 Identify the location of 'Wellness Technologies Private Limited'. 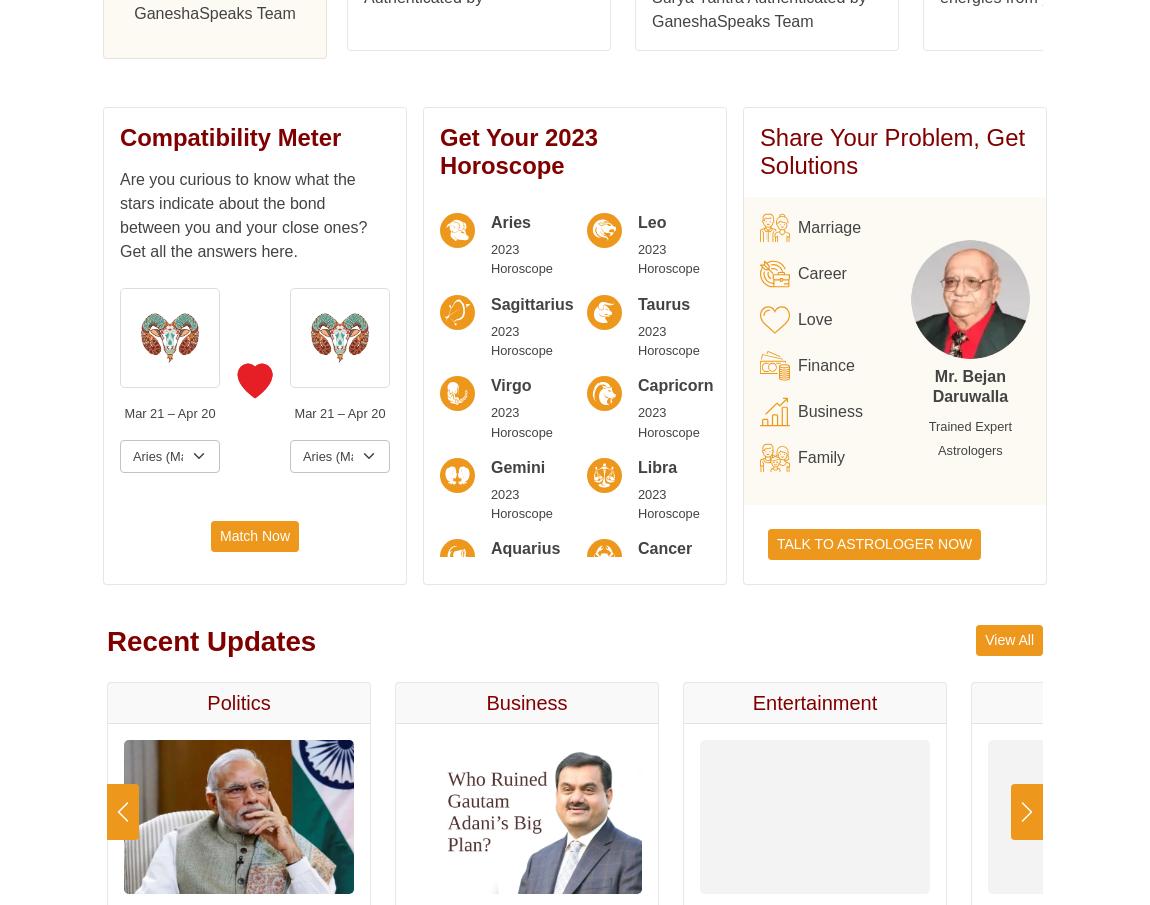
(501, 192).